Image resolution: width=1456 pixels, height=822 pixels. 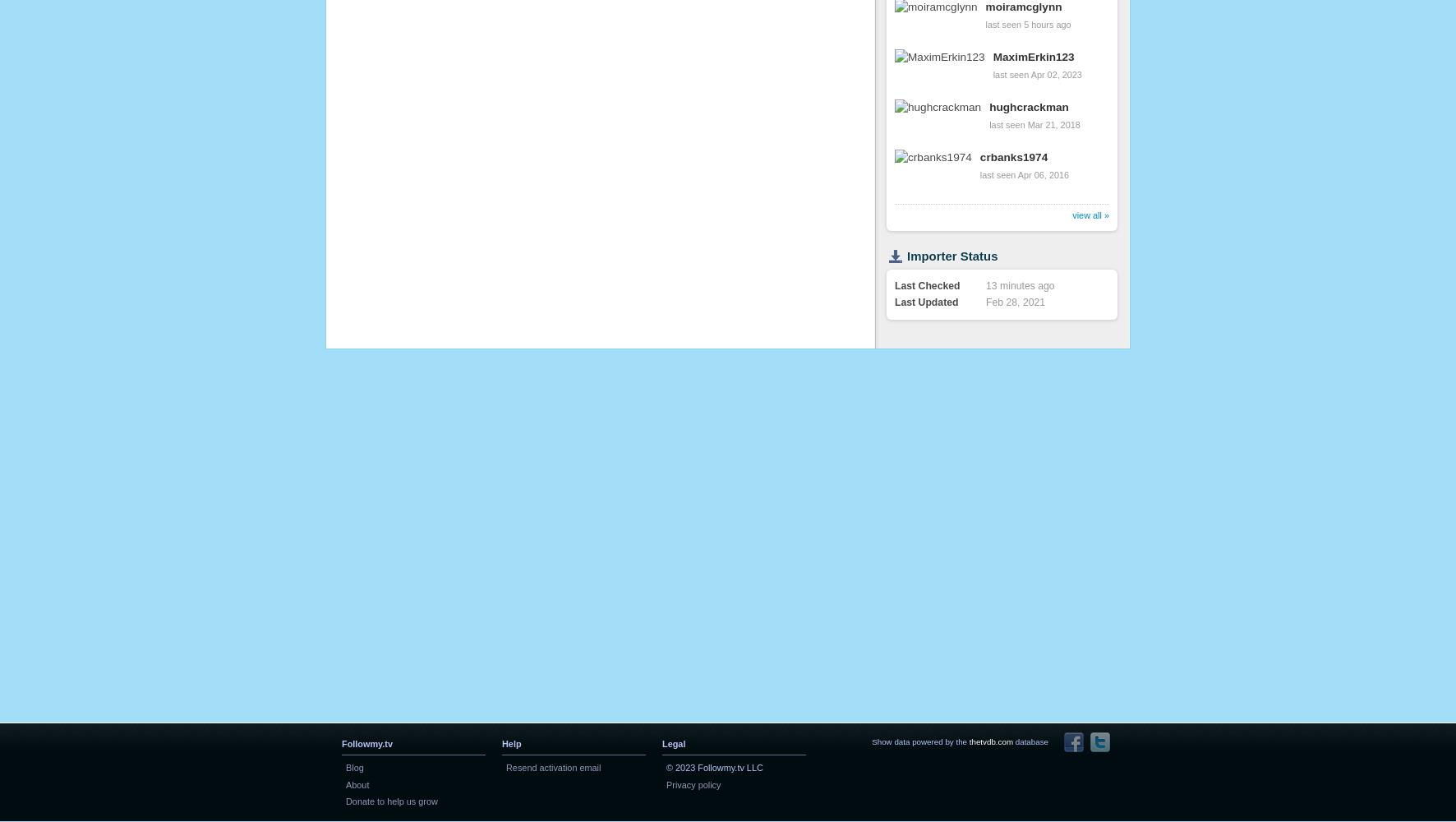 What do you see at coordinates (1037, 73) in the screenshot?
I see `'last seen Apr 02, 2023'` at bounding box center [1037, 73].